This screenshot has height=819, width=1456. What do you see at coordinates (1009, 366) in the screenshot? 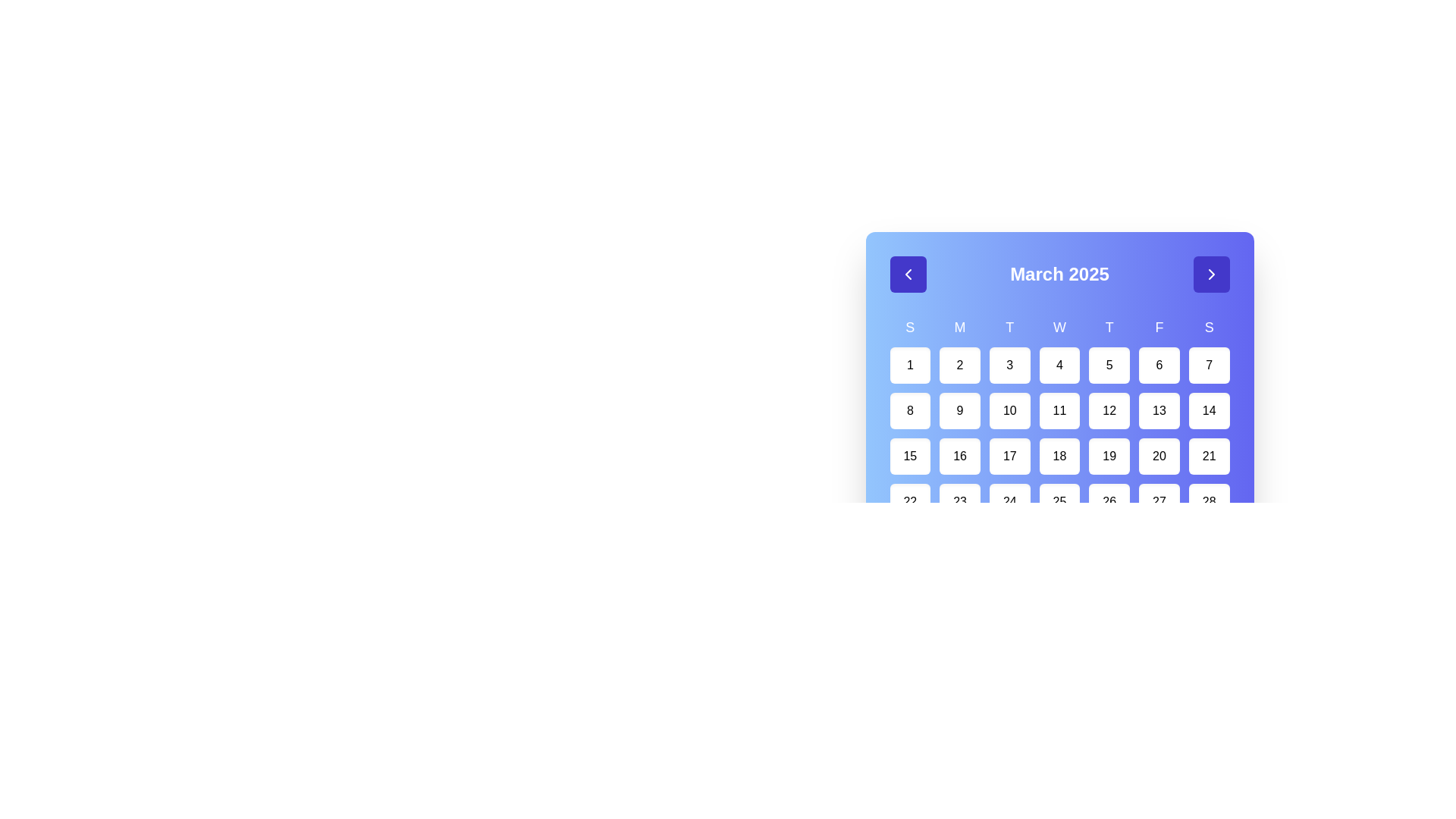
I see `the white rounded square button displaying the number '3' located in the third column under the 'T' header of the calendar grid` at bounding box center [1009, 366].